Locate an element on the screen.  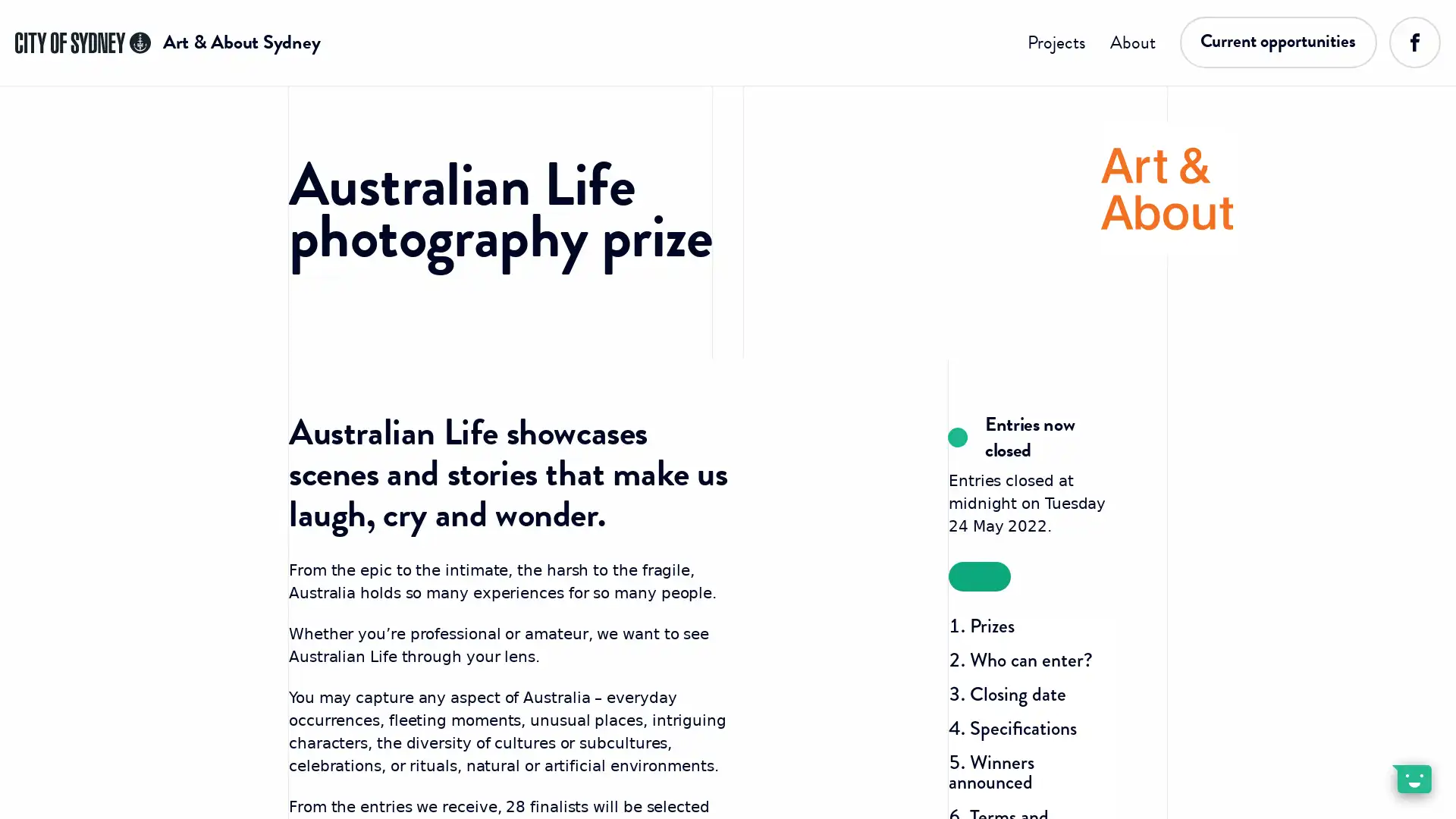
Dismiss Message is located at coordinates (1376, 761).